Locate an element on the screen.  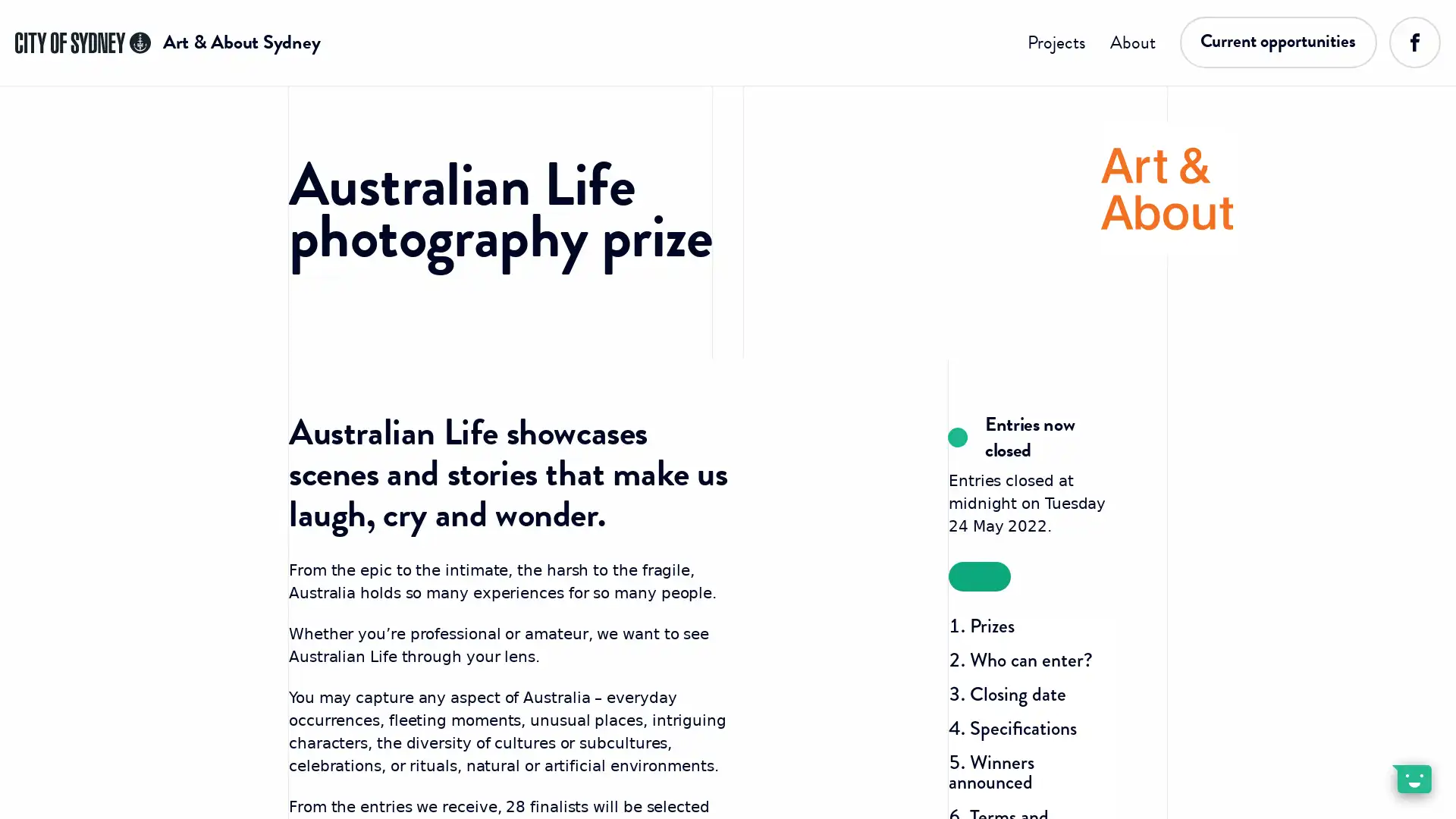
Dismiss Message is located at coordinates (1376, 761).